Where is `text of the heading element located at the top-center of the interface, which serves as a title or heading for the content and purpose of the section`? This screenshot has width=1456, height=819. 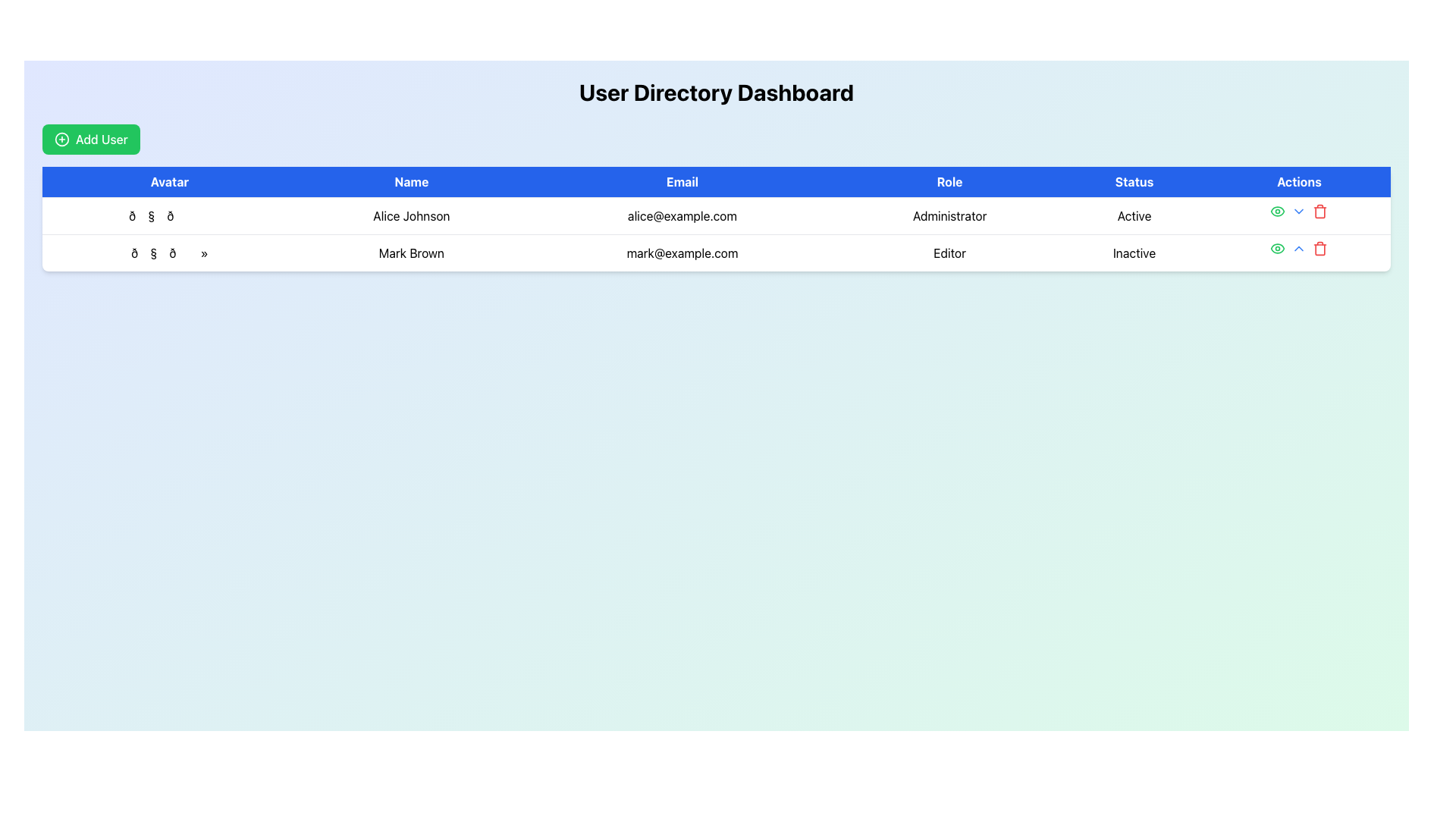 text of the heading element located at the top-center of the interface, which serves as a title or heading for the content and purpose of the section is located at coordinates (716, 93).